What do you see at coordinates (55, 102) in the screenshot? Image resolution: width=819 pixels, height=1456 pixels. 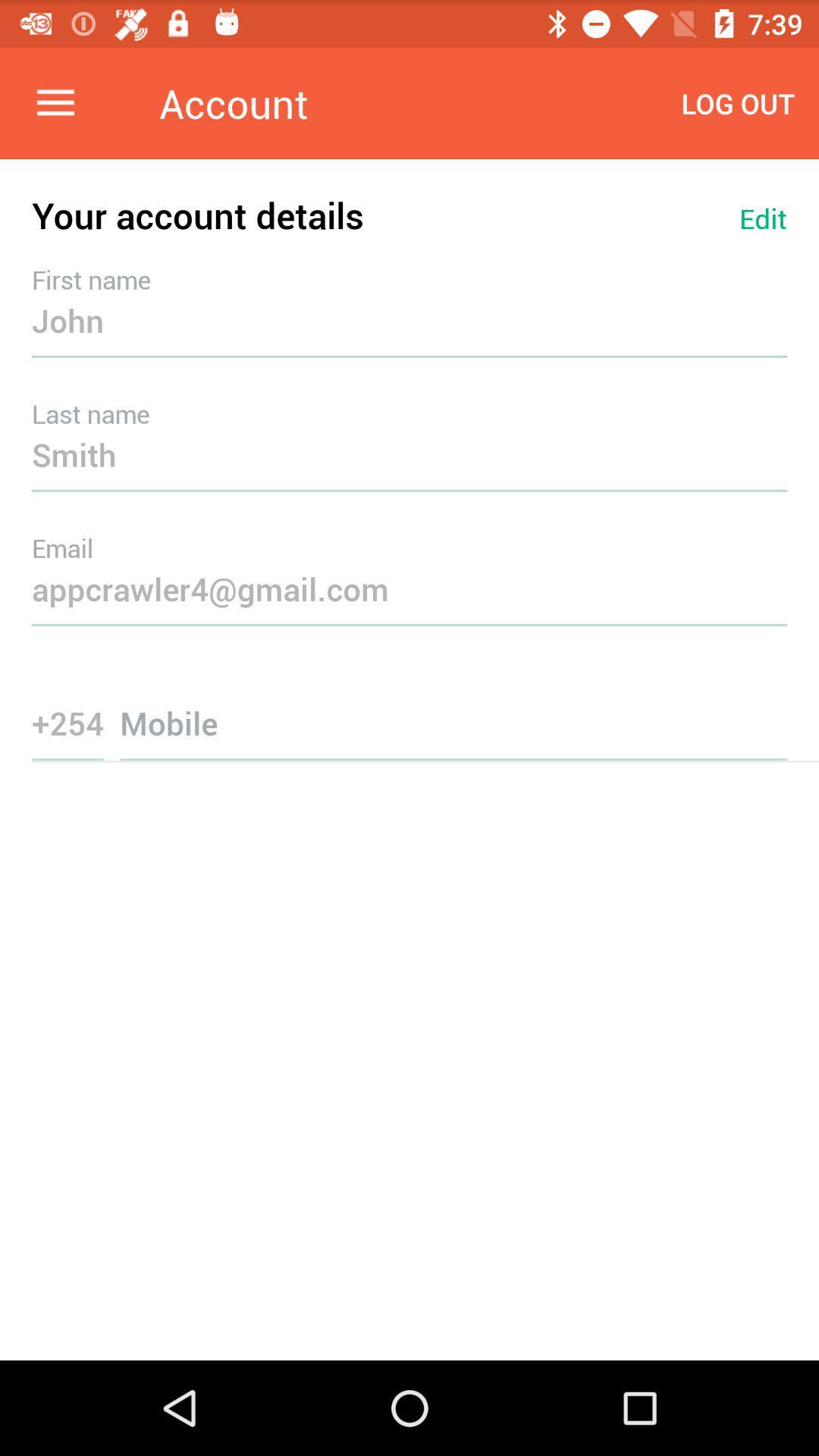 I see `icon at the top left corner` at bounding box center [55, 102].